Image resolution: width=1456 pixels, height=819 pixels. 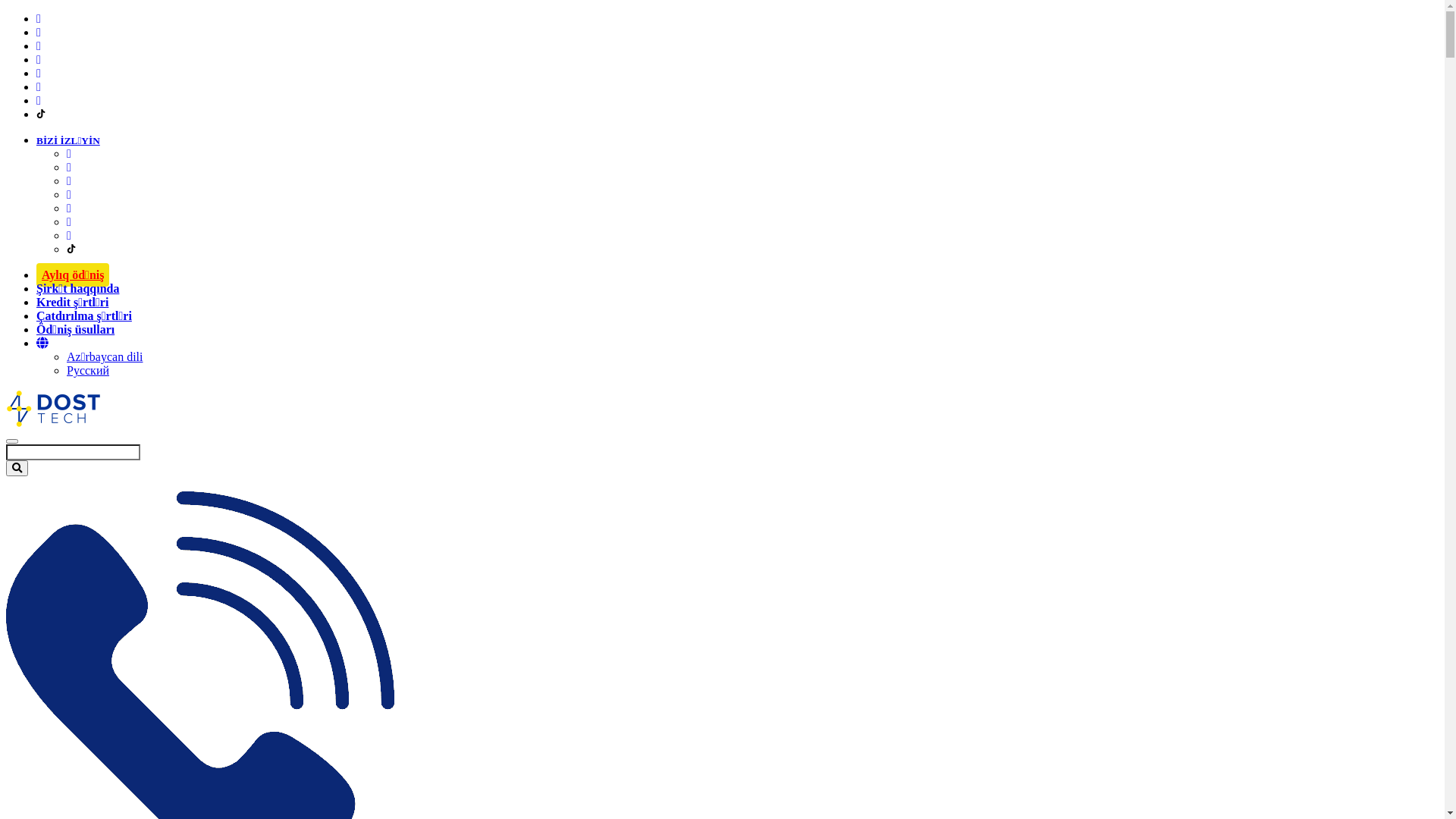 What do you see at coordinates (68, 235) in the screenshot?
I see `'Twitter'` at bounding box center [68, 235].